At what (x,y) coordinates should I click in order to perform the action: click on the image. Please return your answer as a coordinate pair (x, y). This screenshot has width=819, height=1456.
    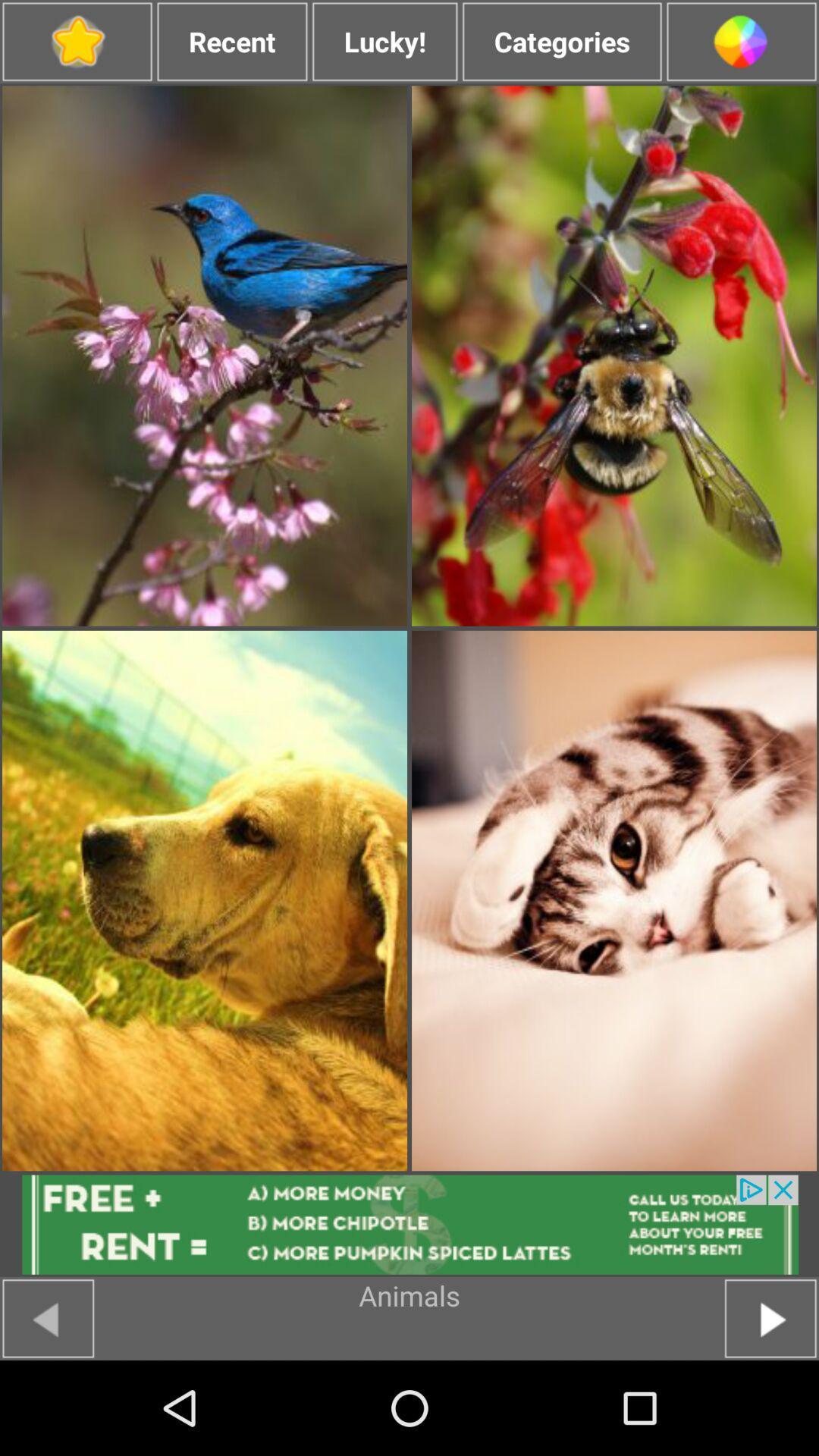
    Looking at the image, I should click on (614, 355).